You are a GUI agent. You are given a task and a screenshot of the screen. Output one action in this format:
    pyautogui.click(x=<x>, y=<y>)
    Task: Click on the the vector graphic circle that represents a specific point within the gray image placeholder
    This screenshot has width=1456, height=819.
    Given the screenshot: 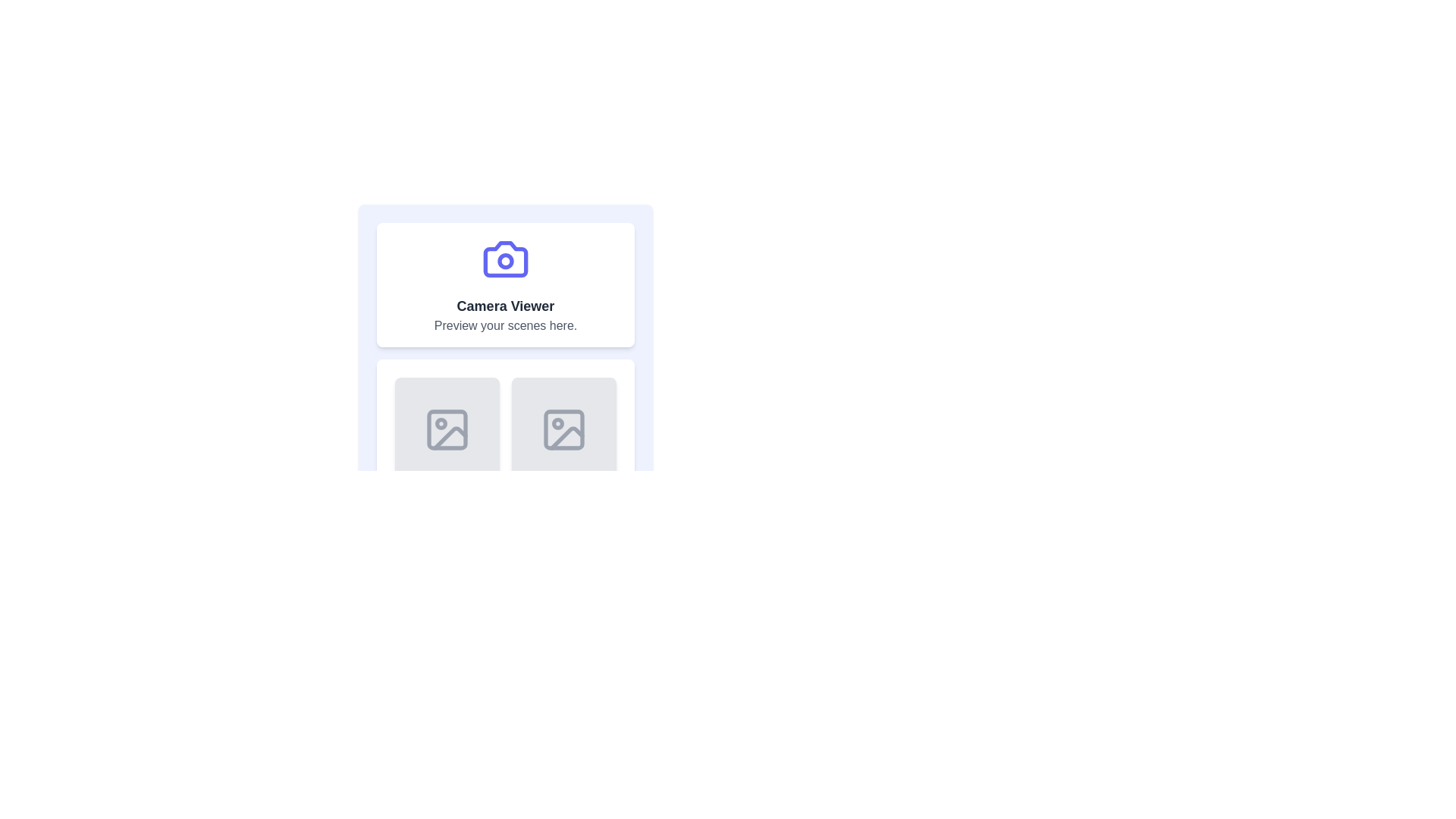 What is the action you would take?
    pyautogui.click(x=440, y=424)
    